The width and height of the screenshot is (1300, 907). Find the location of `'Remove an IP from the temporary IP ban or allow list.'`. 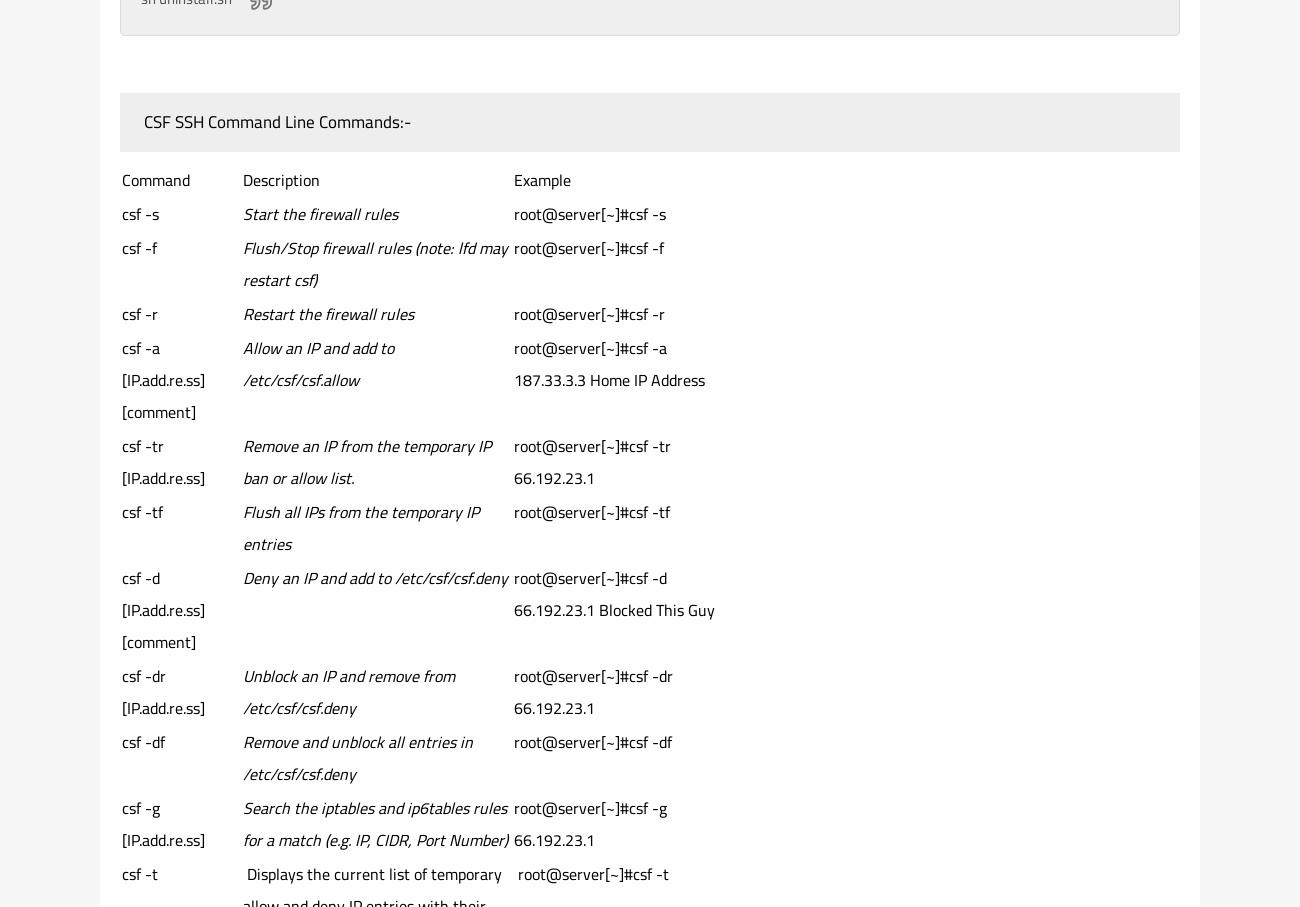

'Remove an IP from the temporary IP ban or allow list.' is located at coordinates (364, 462).